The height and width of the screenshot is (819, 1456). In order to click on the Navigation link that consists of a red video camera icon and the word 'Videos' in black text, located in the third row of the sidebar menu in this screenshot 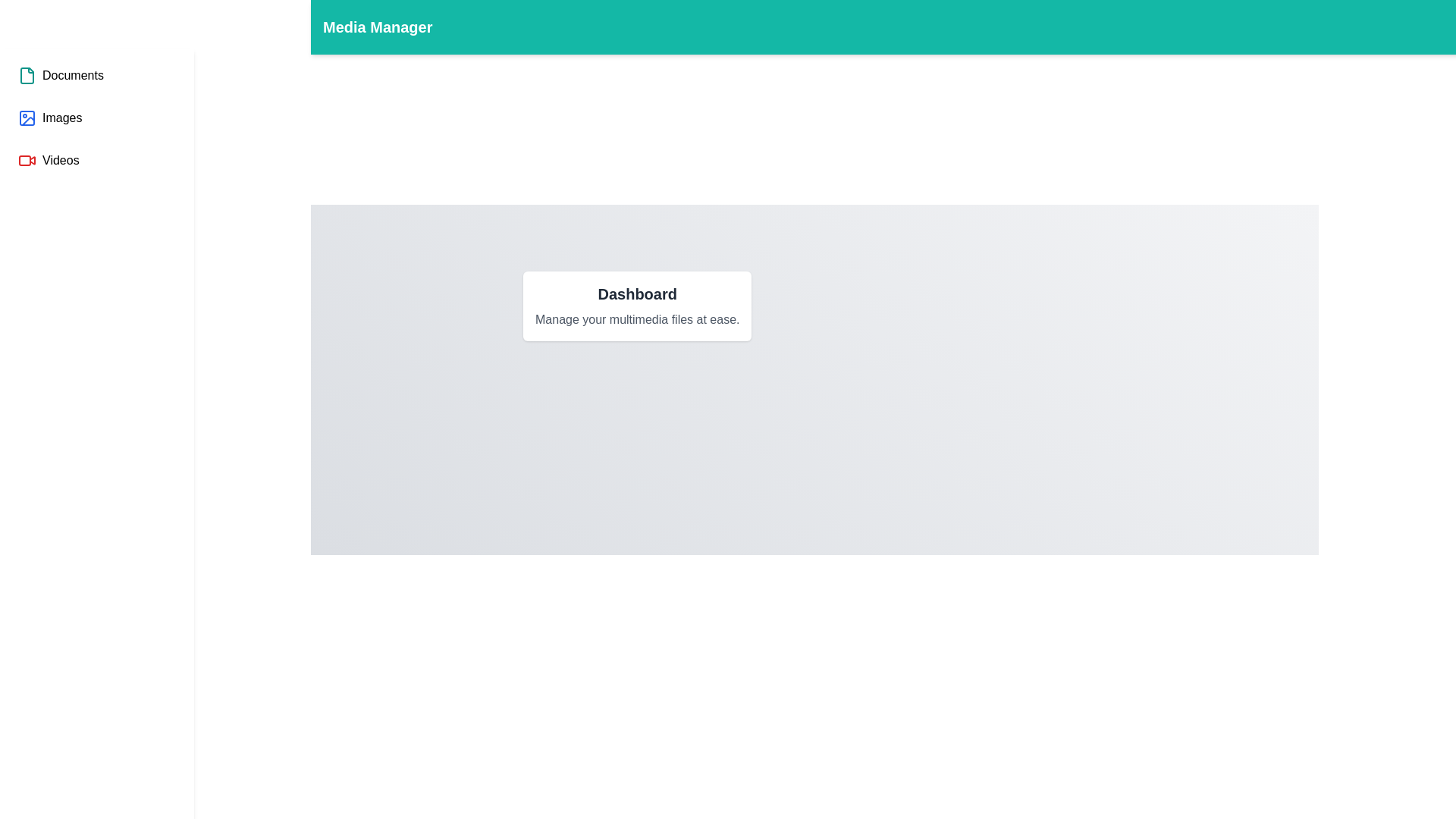, I will do `click(49, 161)`.